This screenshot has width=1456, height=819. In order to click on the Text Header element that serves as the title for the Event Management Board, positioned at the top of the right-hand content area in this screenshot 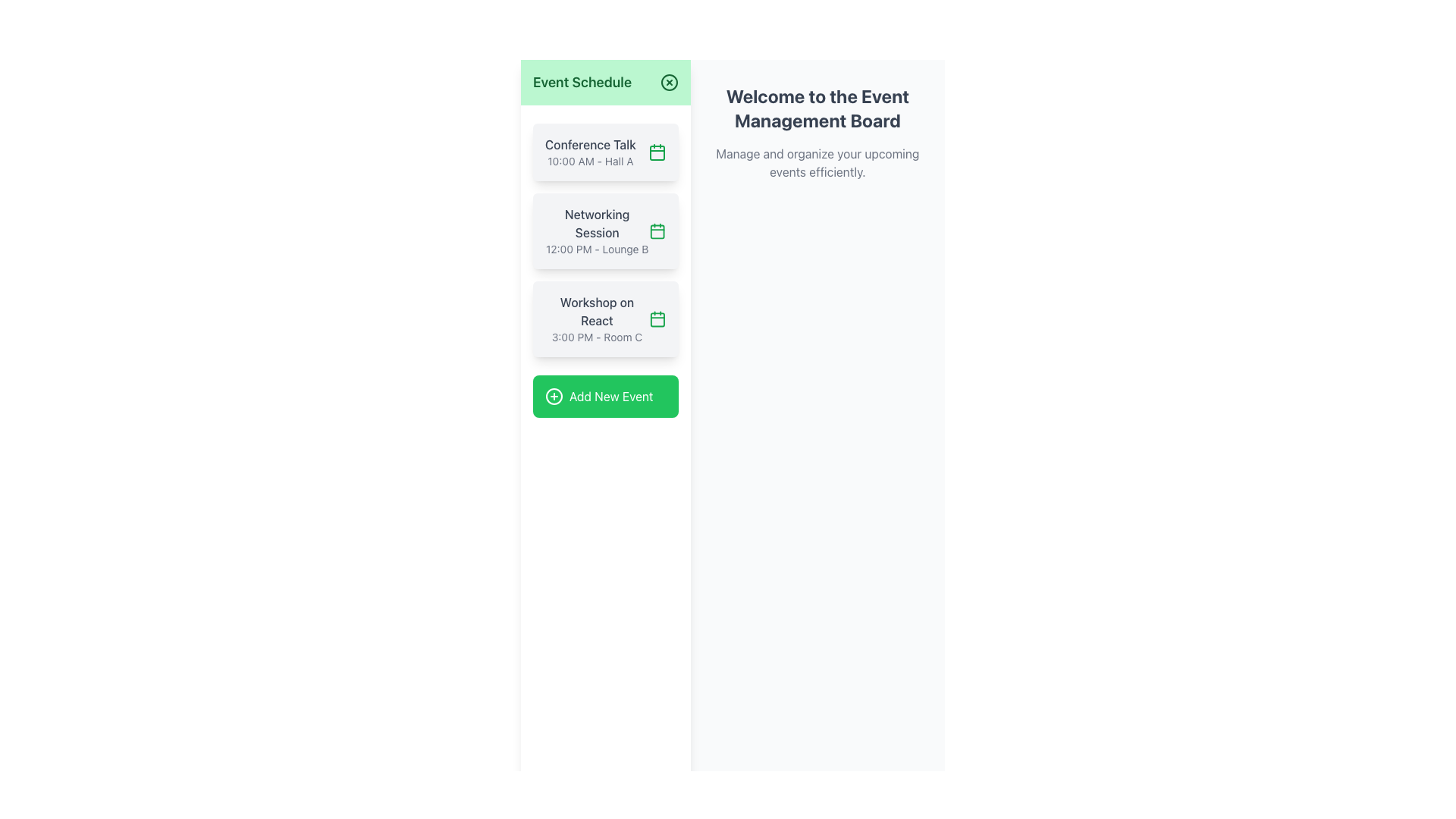, I will do `click(817, 107)`.